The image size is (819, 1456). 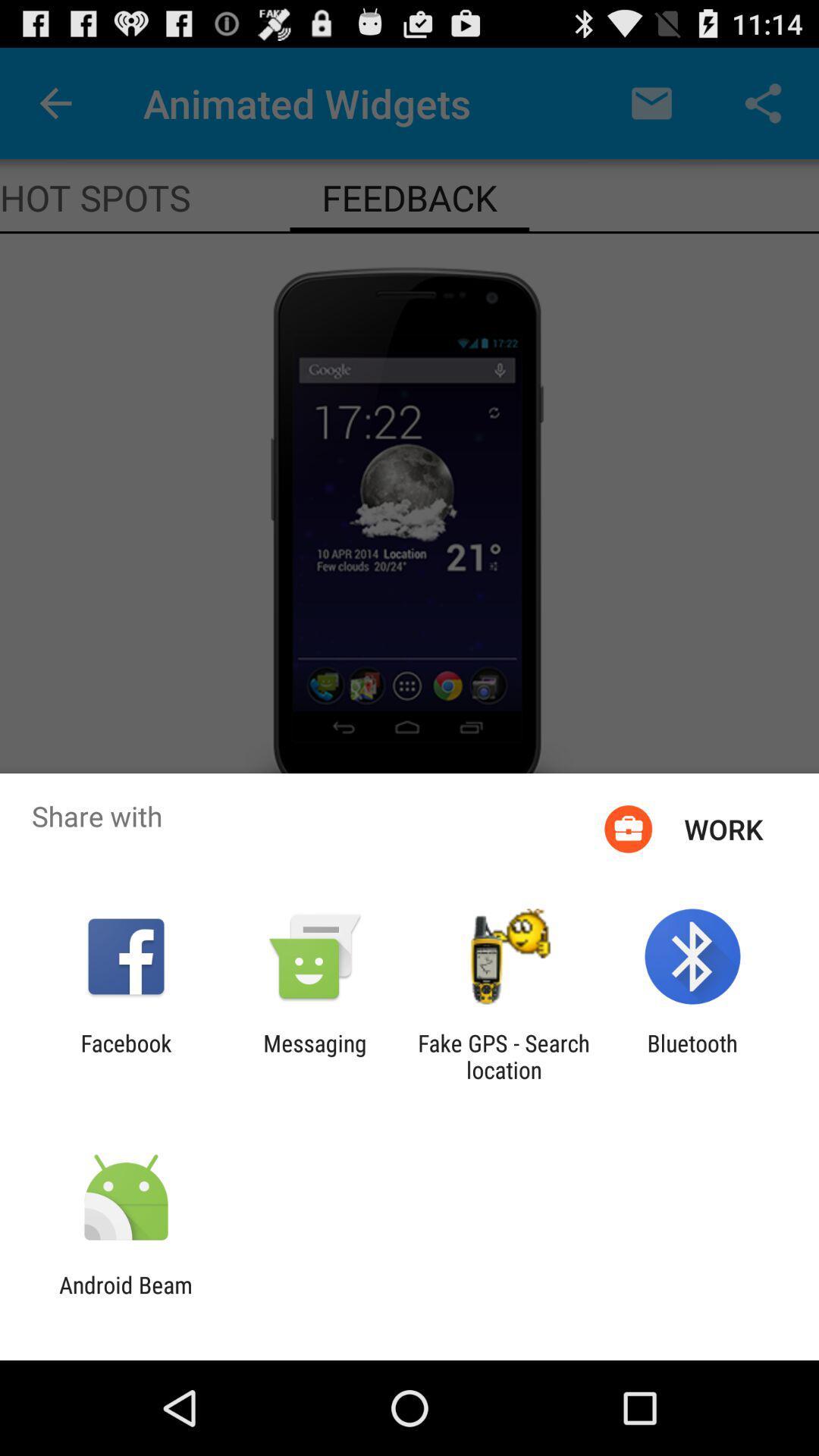 I want to click on item next to facebook, so click(x=314, y=1056).